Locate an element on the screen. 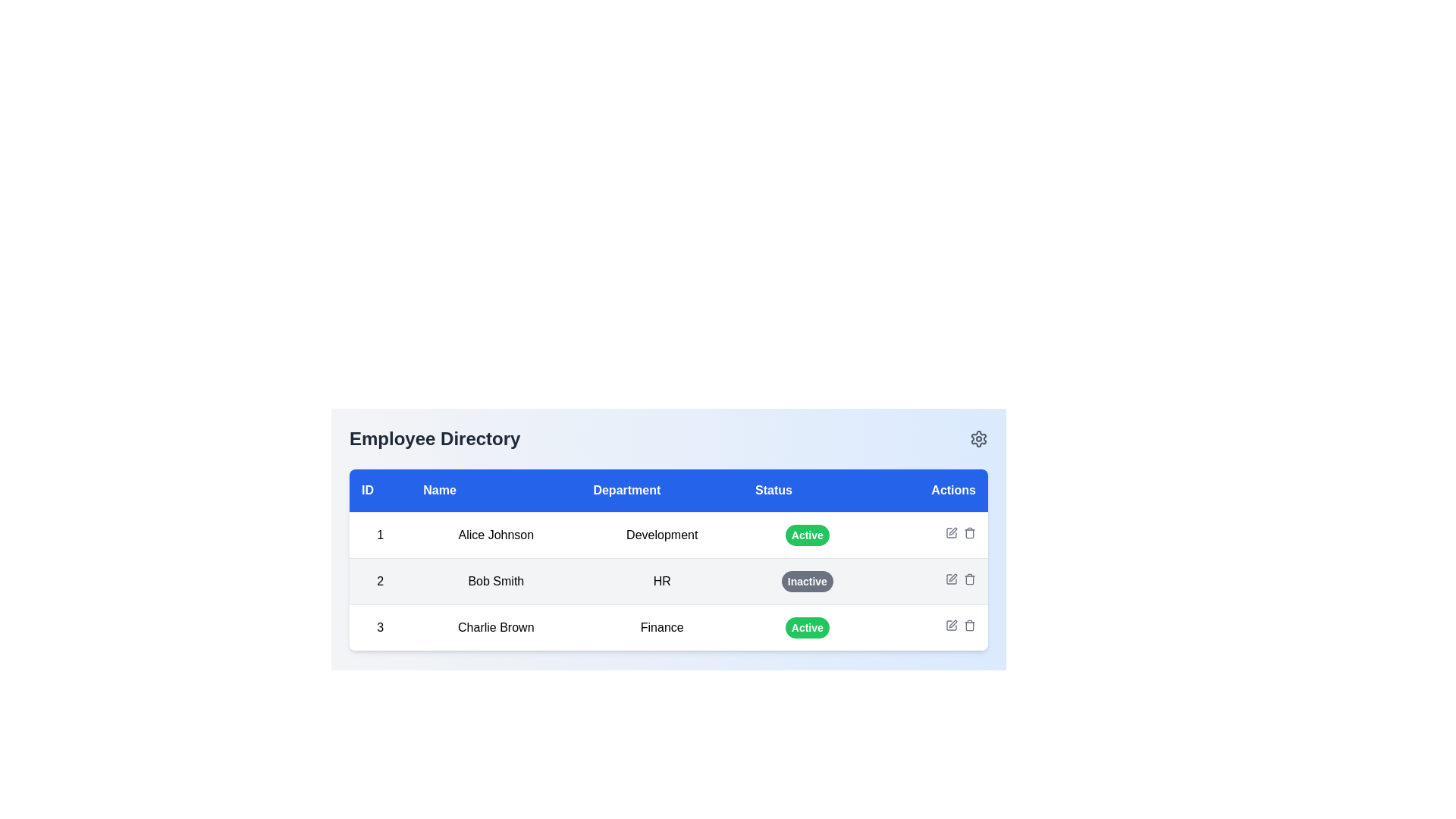 This screenshot has height=819, width=1456. the settings icon resembling a gray cogwheel, which is aligned to the right side of the 'Employee Directory' heading is located at coordinates (979, 438).